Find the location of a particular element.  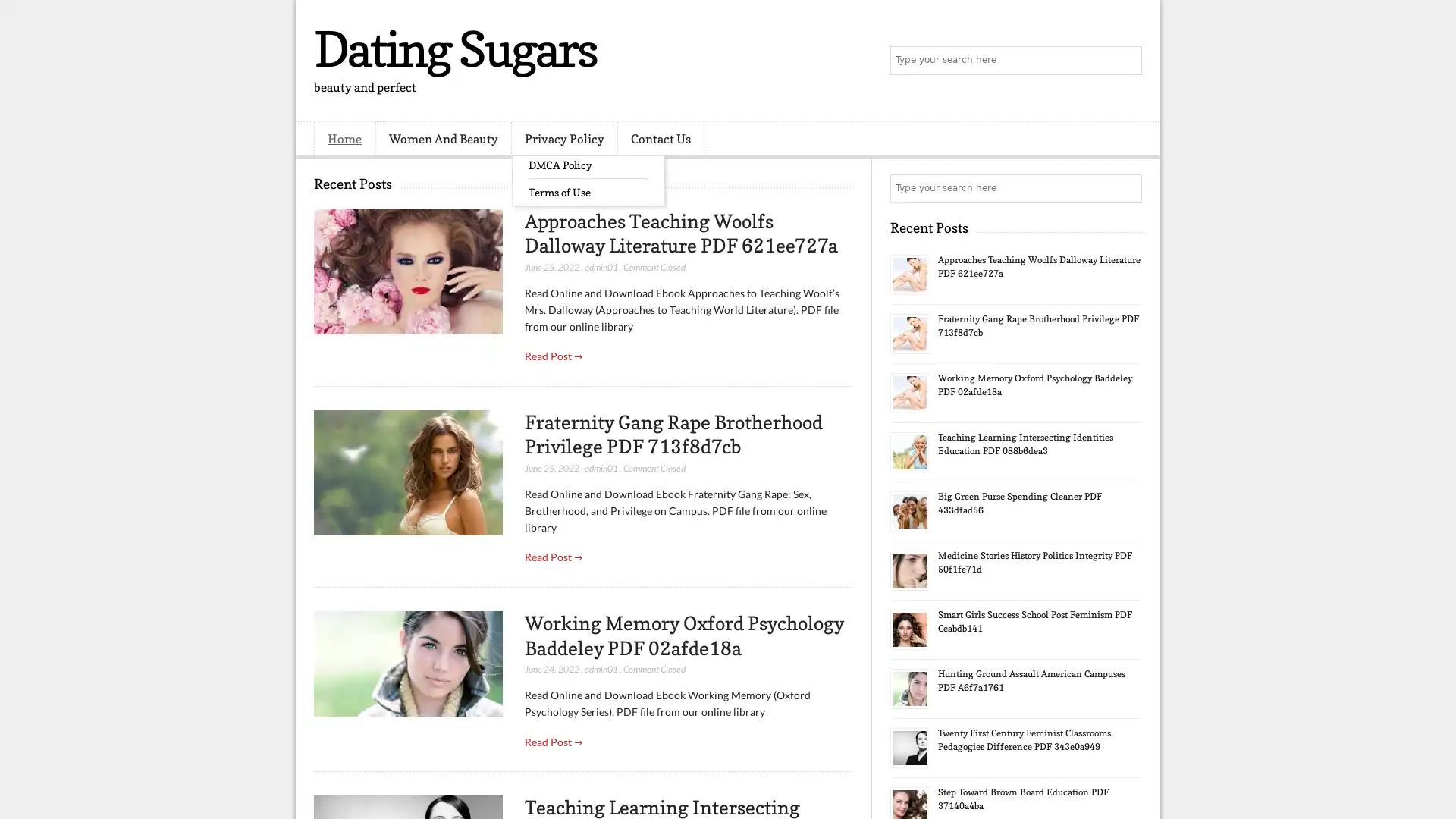

Search is located at coordinates (1126, 61).